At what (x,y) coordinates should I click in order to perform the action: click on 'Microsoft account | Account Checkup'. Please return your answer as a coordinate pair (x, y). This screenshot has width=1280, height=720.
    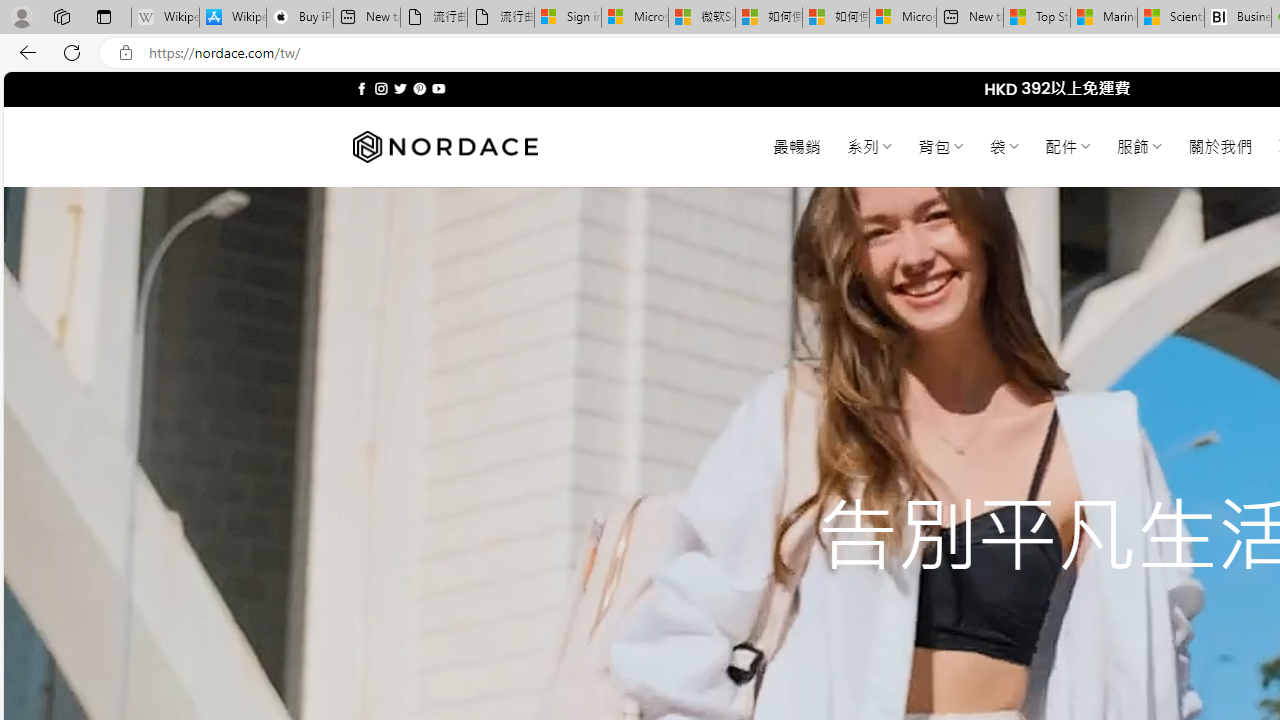
    Looking at the image, I should click on (902, 17).